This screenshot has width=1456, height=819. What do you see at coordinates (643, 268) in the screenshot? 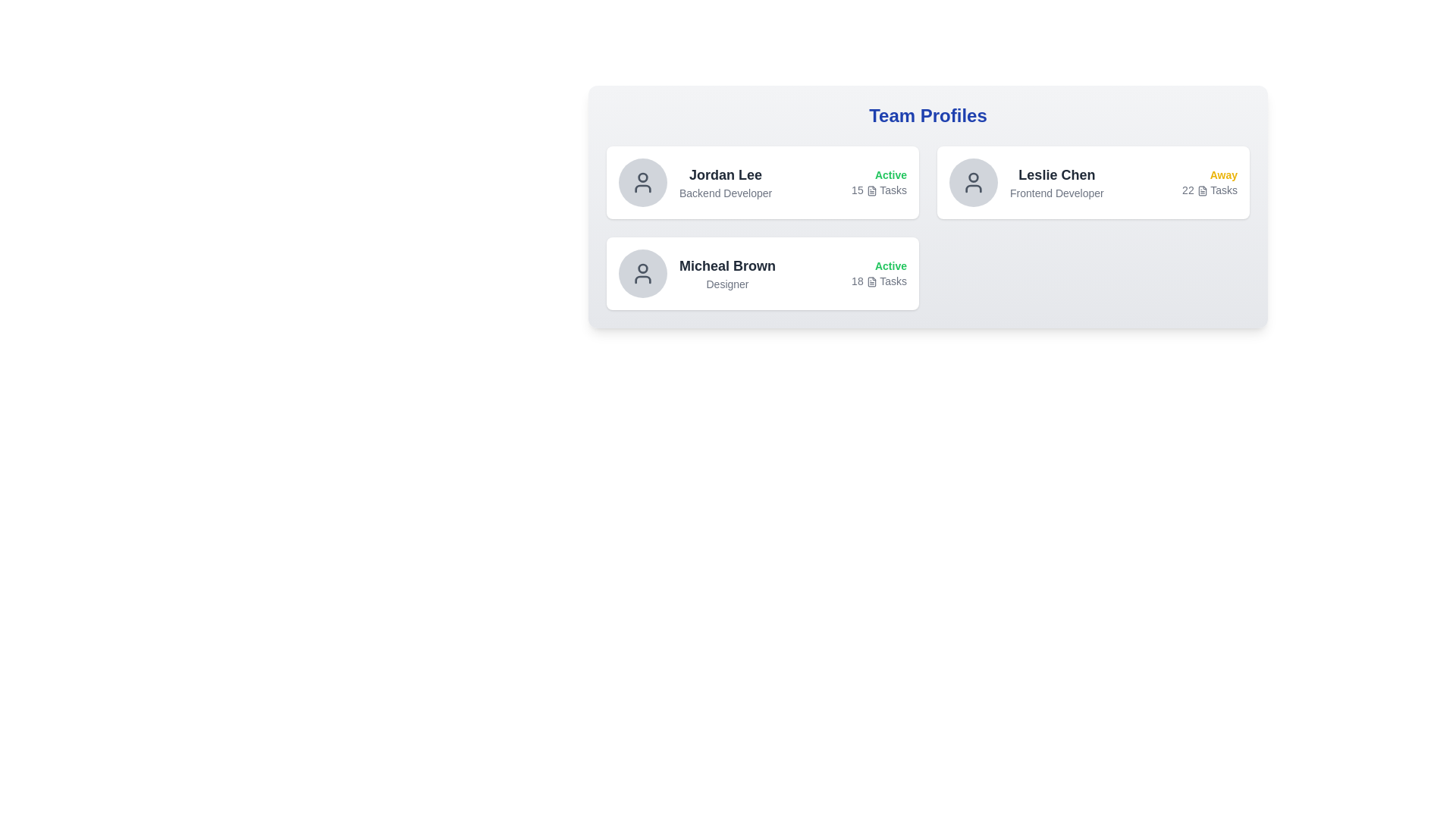
I see `the circular SVG icon representing the user 'Michael Brown' located near the profile information` at bounding box center [643, 268].